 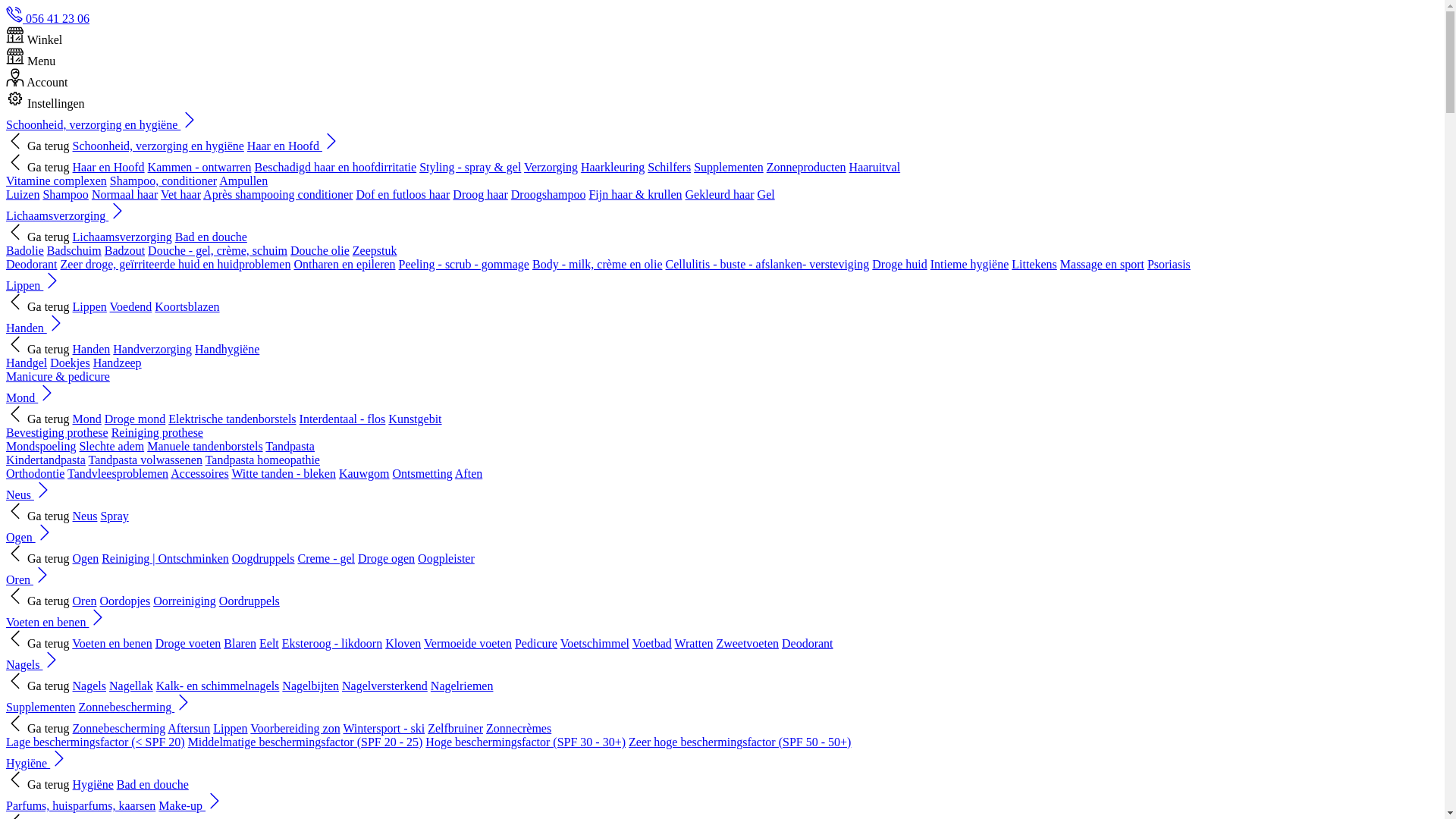 I want to click on 'Zelfbruiner', so click(x=454, y=727).